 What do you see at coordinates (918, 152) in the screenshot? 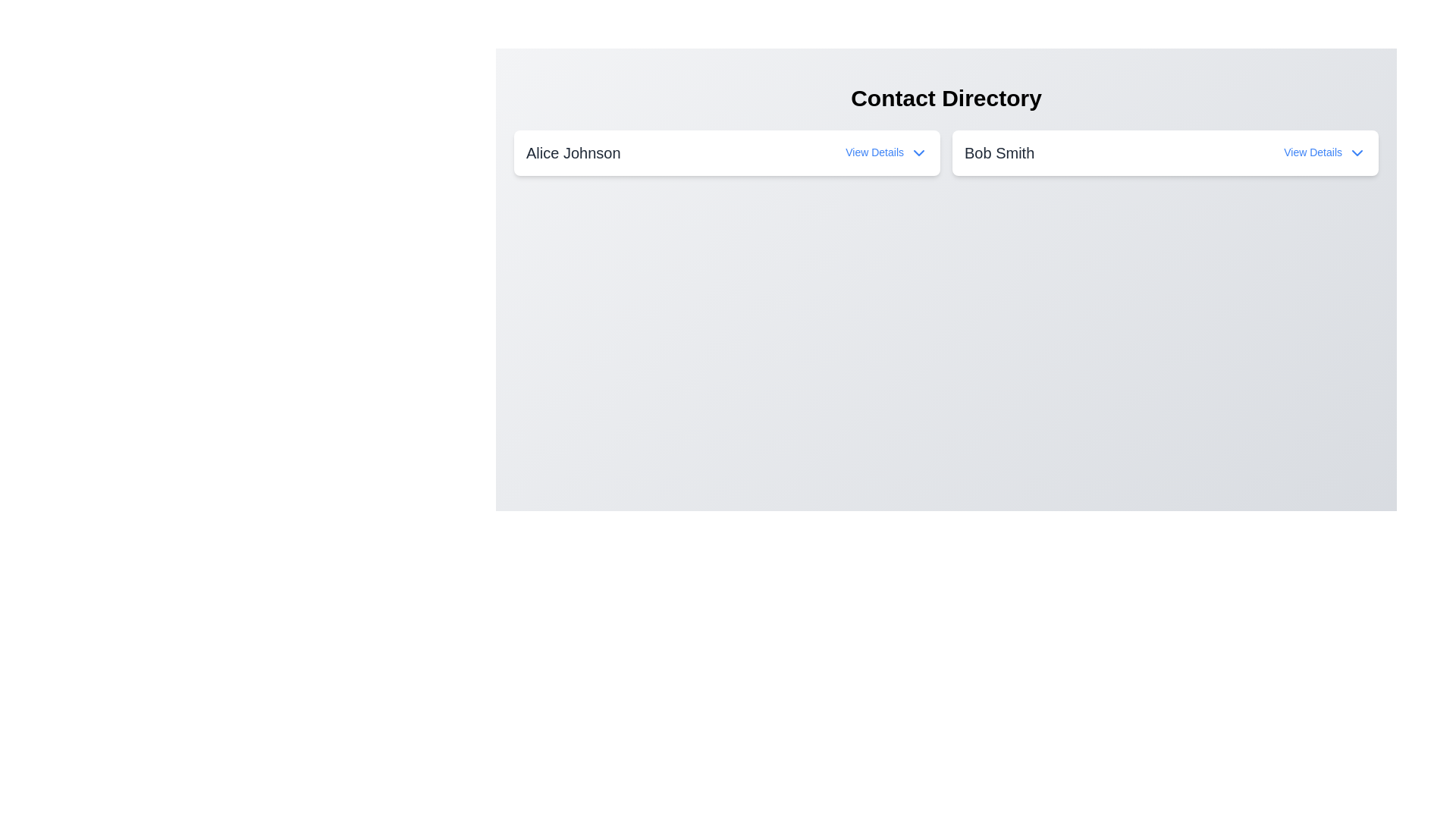
I see `the small downward-pointing chevron arrow icon located to the right of the 'View Details' text` at bounding box center [918, 152].